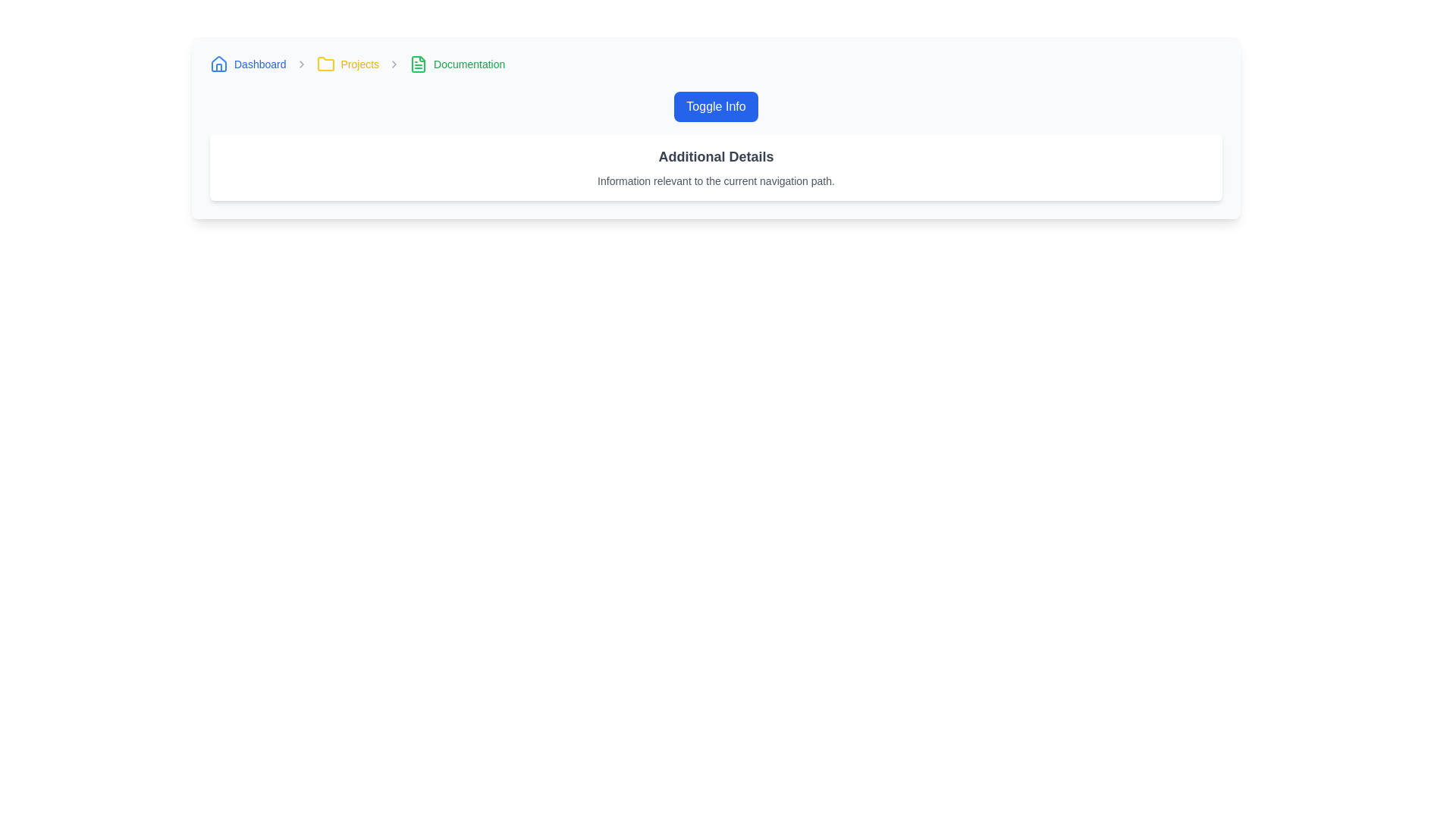 The height and width of the screenshot is (819, 1456). I want to click on the Breadcrumb item that has a green document icon and the text 'Documentation', which is the third item in the breadcrumb navigation bar, so click(457, 63).